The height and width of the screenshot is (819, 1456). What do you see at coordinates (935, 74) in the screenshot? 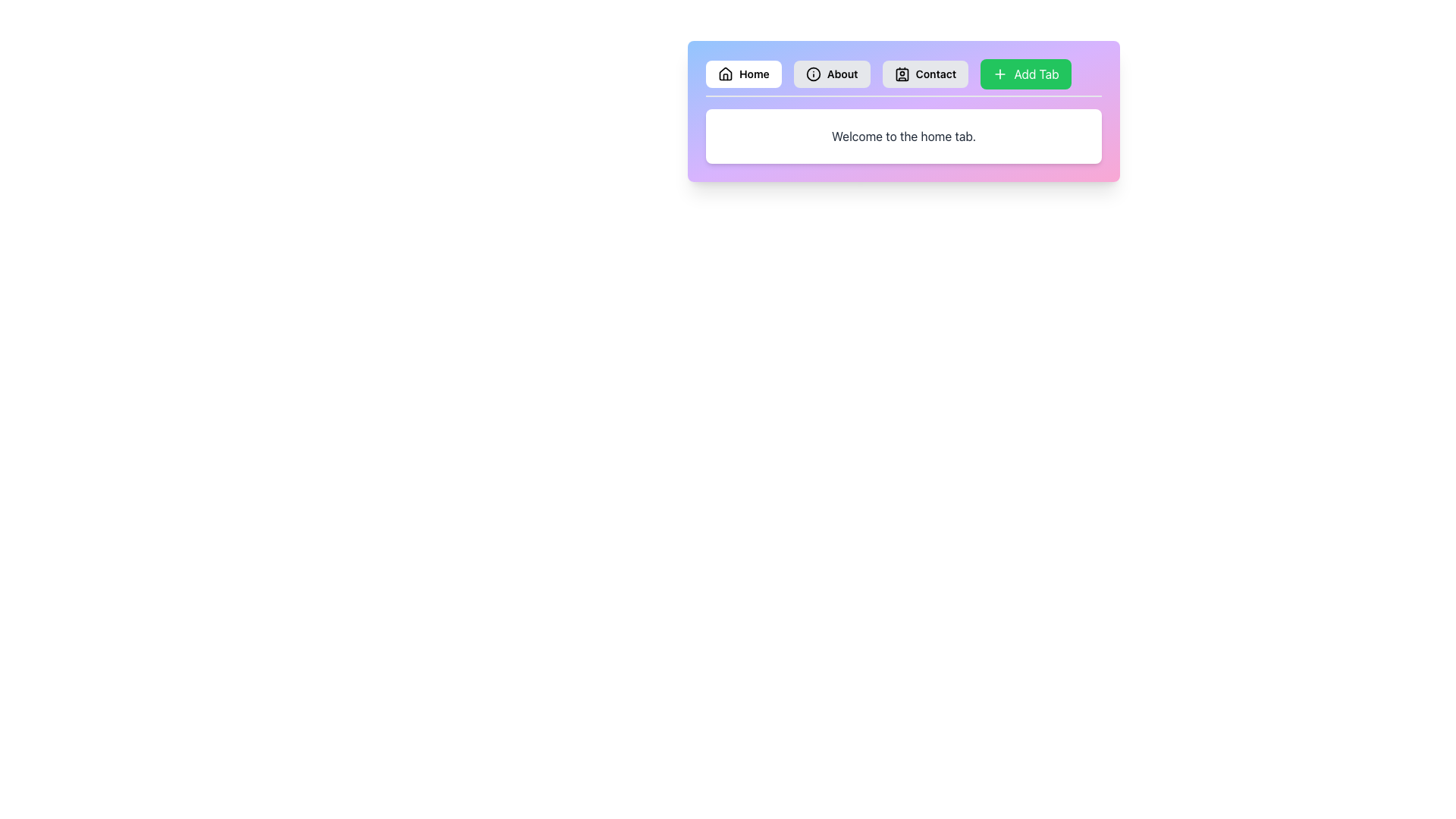
I see `the text label indicating communication features in the navigation menu` at bounding box center [935, 74].